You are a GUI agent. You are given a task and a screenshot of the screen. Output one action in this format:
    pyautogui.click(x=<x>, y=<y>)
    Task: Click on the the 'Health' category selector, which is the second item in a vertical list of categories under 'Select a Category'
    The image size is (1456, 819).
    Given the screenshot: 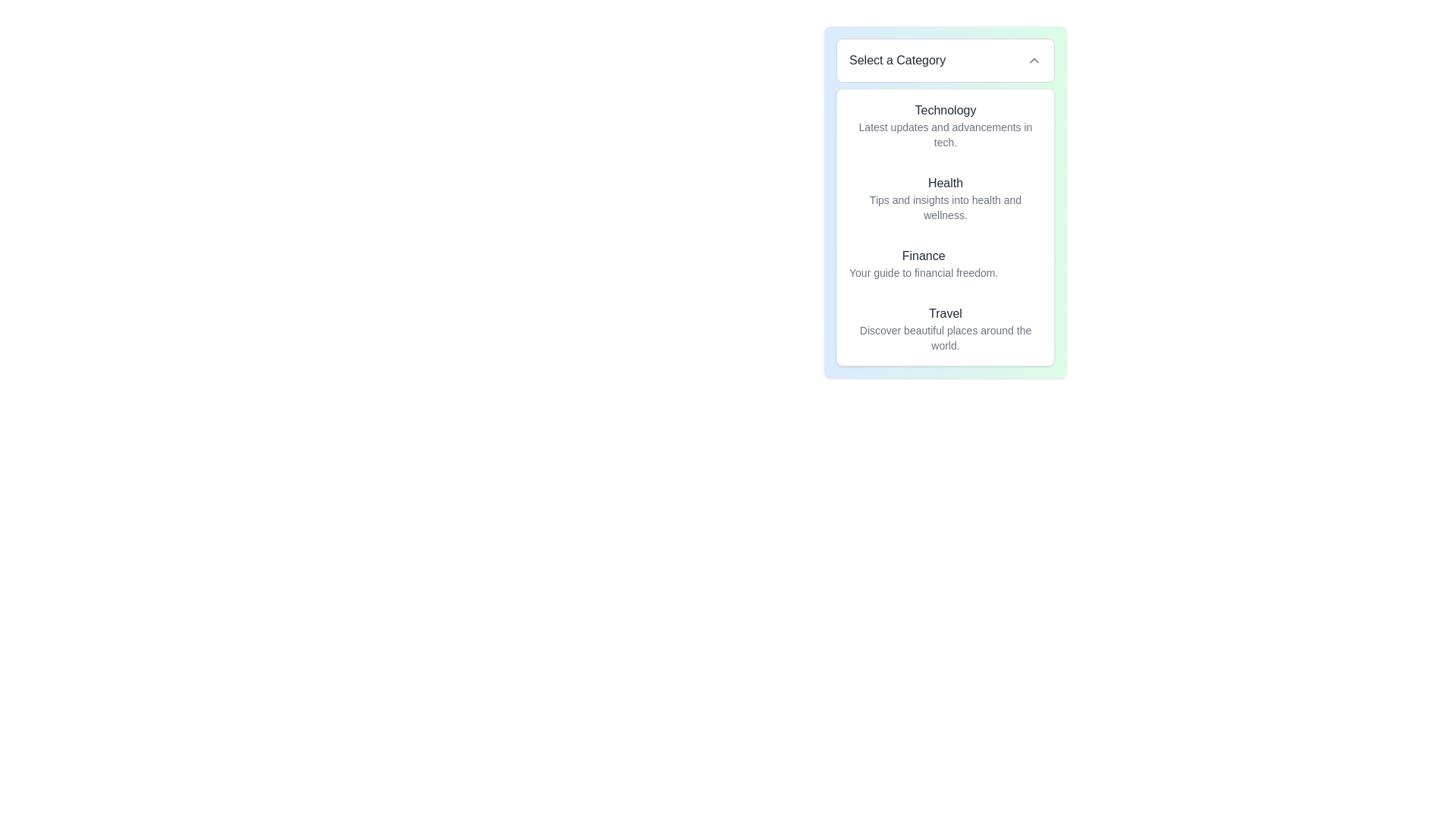 What is the action you would take?
    pyautogui.click(x=945, y=198)
    